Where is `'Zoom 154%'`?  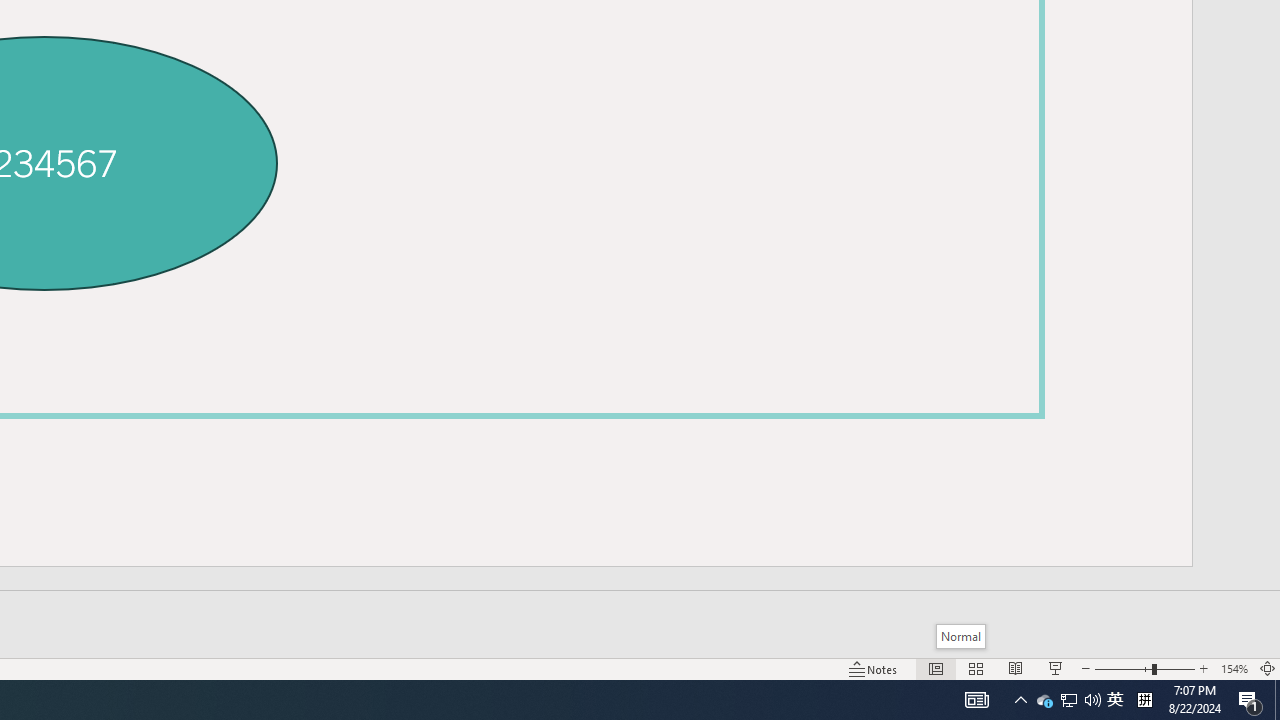 'Zoom 154%' is located at coordinates (1233, 669).